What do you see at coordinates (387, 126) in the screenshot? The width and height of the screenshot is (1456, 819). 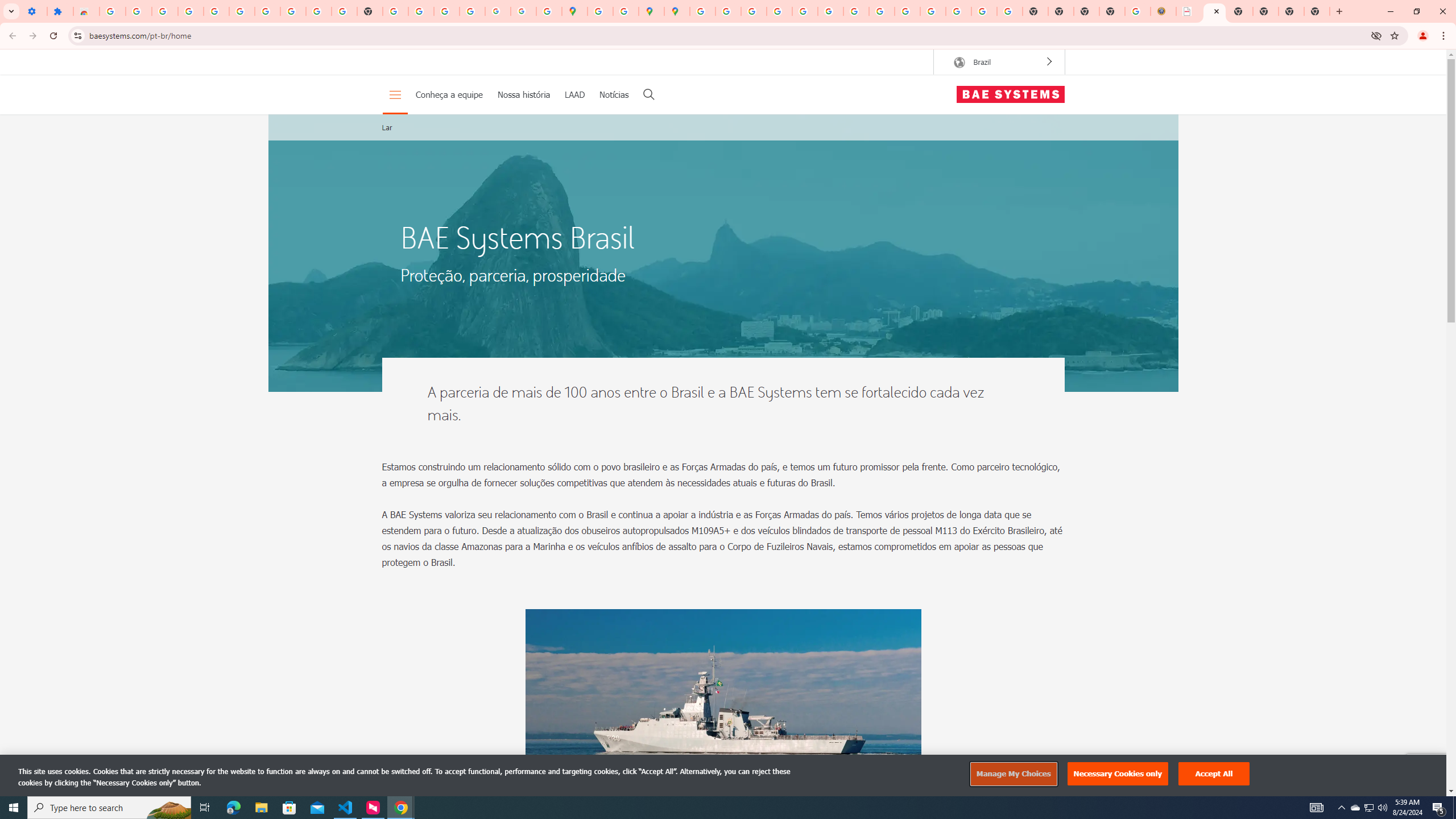 I see `'Lar'` at bounding box center [387, 126].